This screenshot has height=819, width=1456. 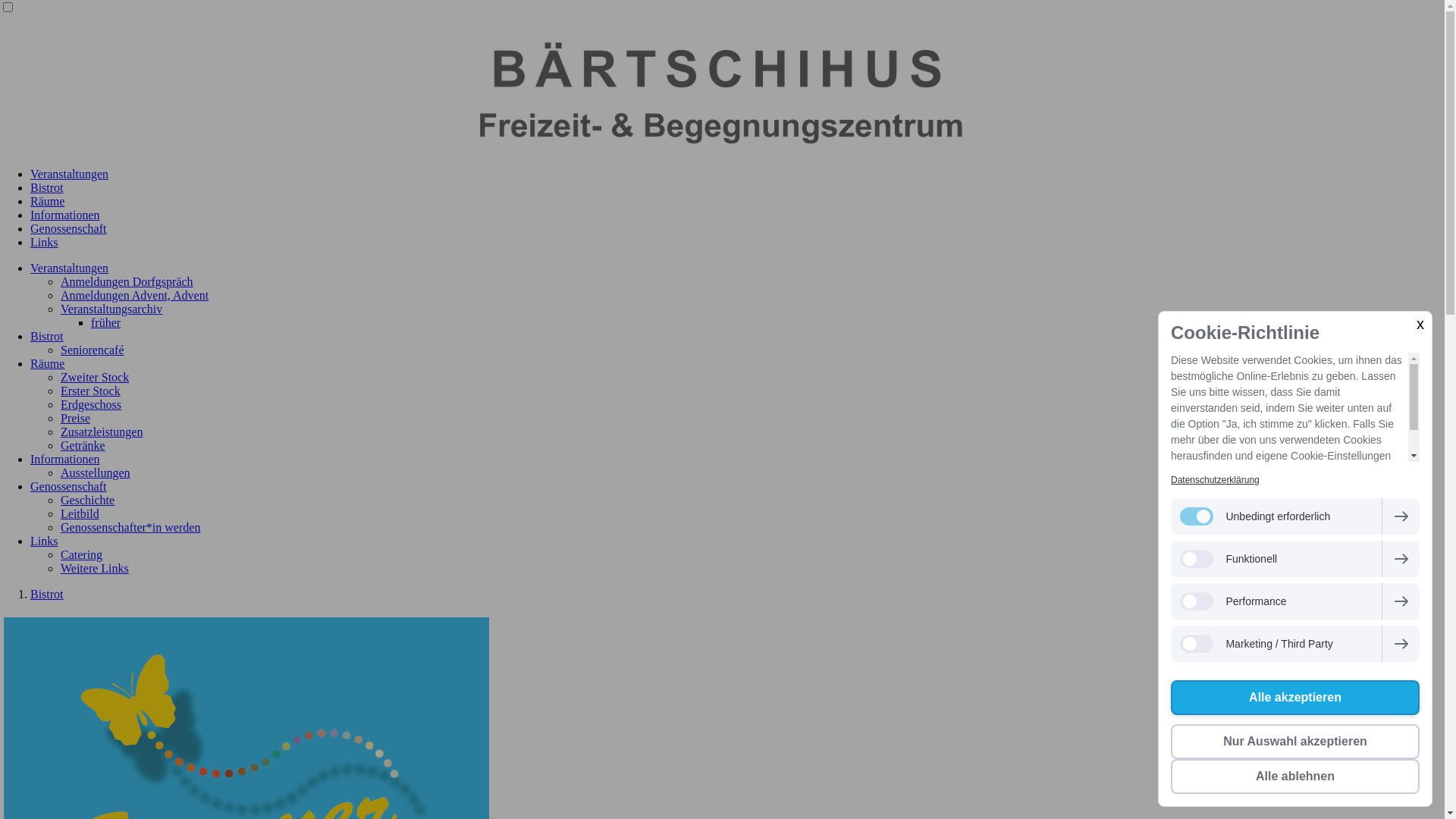 What do you see at coordinates (43, 241) in the screenshot?
I see `'Links'` at bounding box center [43, 241].